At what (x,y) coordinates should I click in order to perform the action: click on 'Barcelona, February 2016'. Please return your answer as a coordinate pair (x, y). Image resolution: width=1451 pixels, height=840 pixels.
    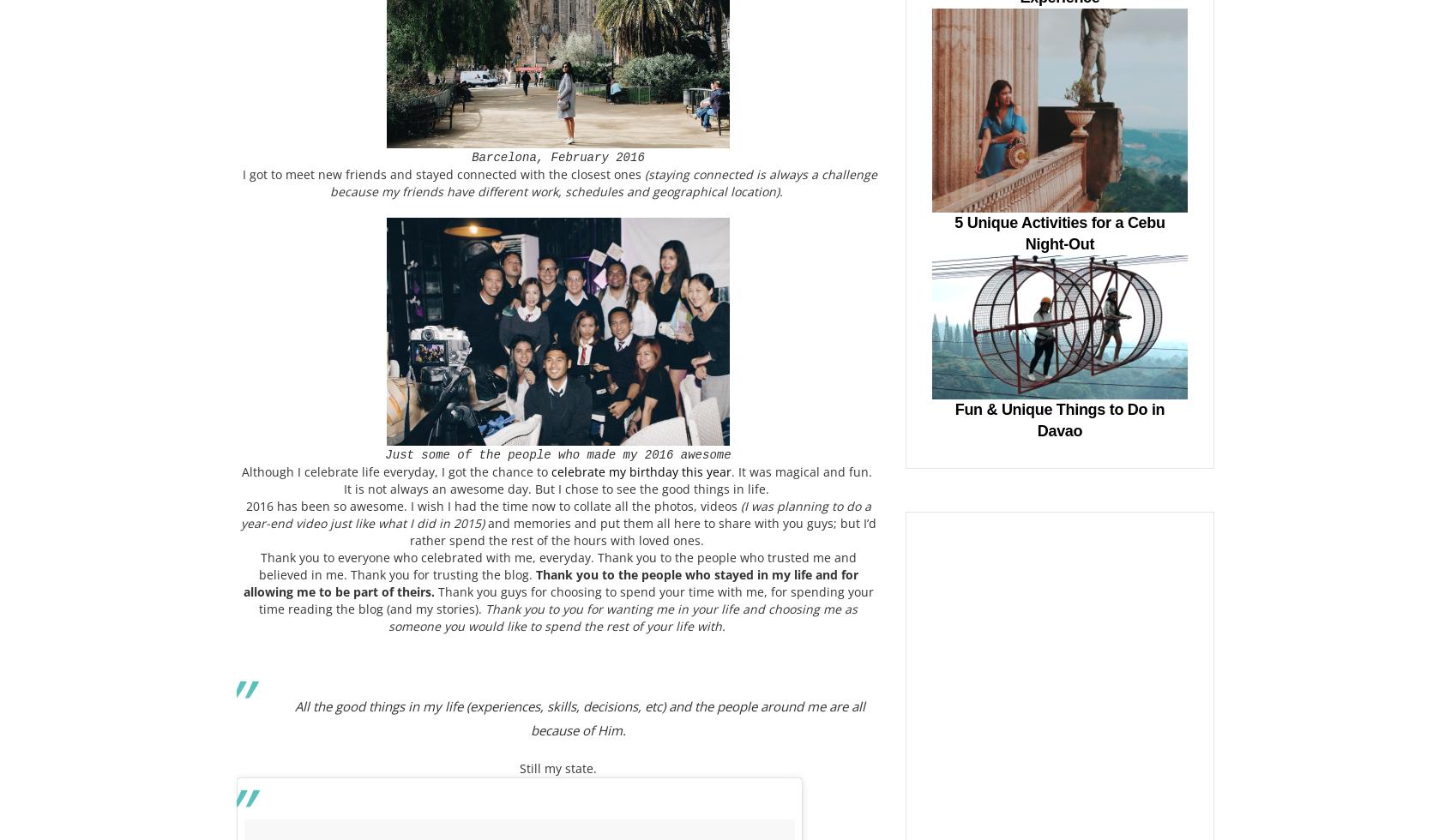
    Looking at the image, I should click on (557, 156).